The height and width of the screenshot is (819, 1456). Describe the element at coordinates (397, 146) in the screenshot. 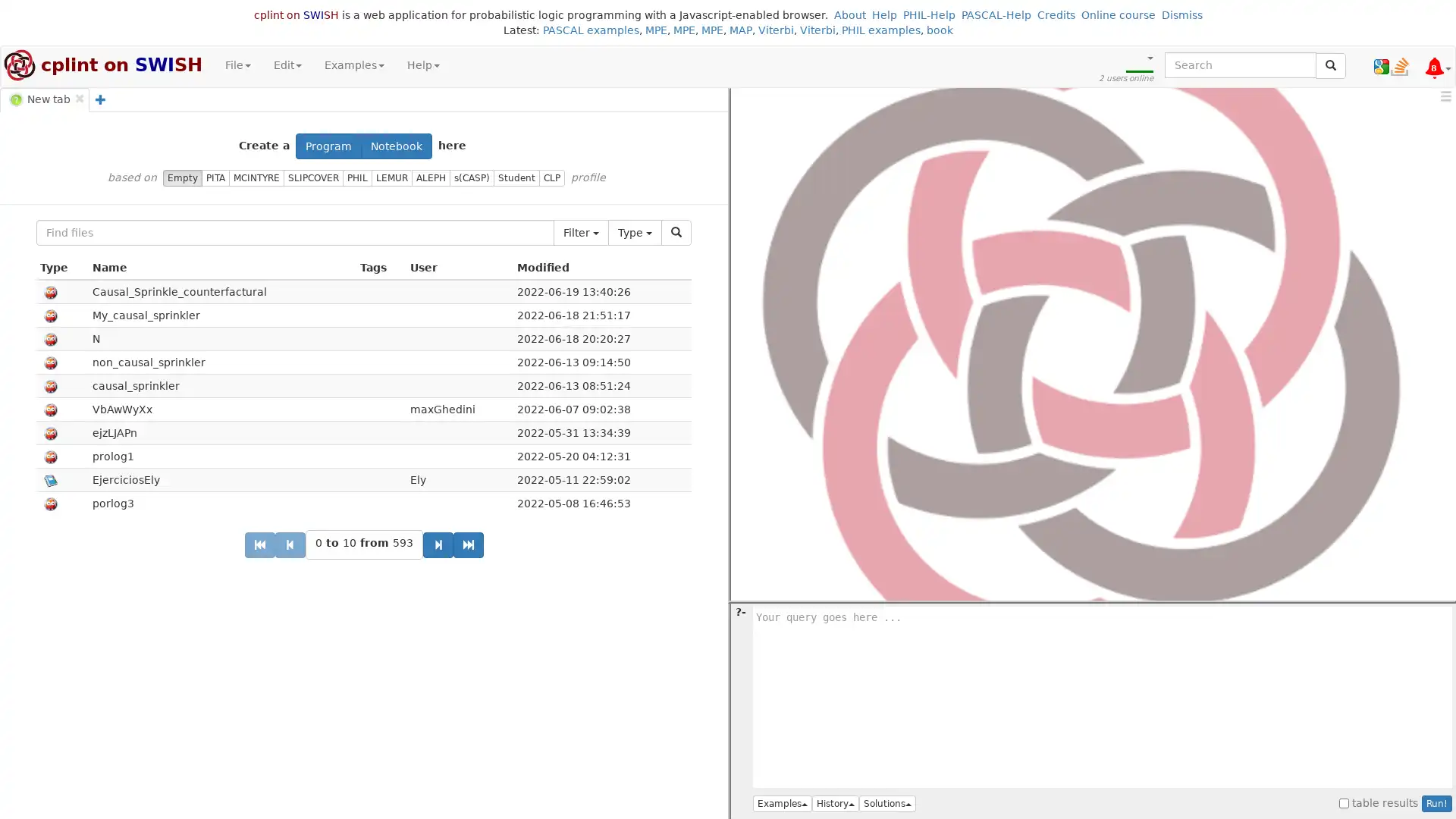

I see `Notebook` at that location.